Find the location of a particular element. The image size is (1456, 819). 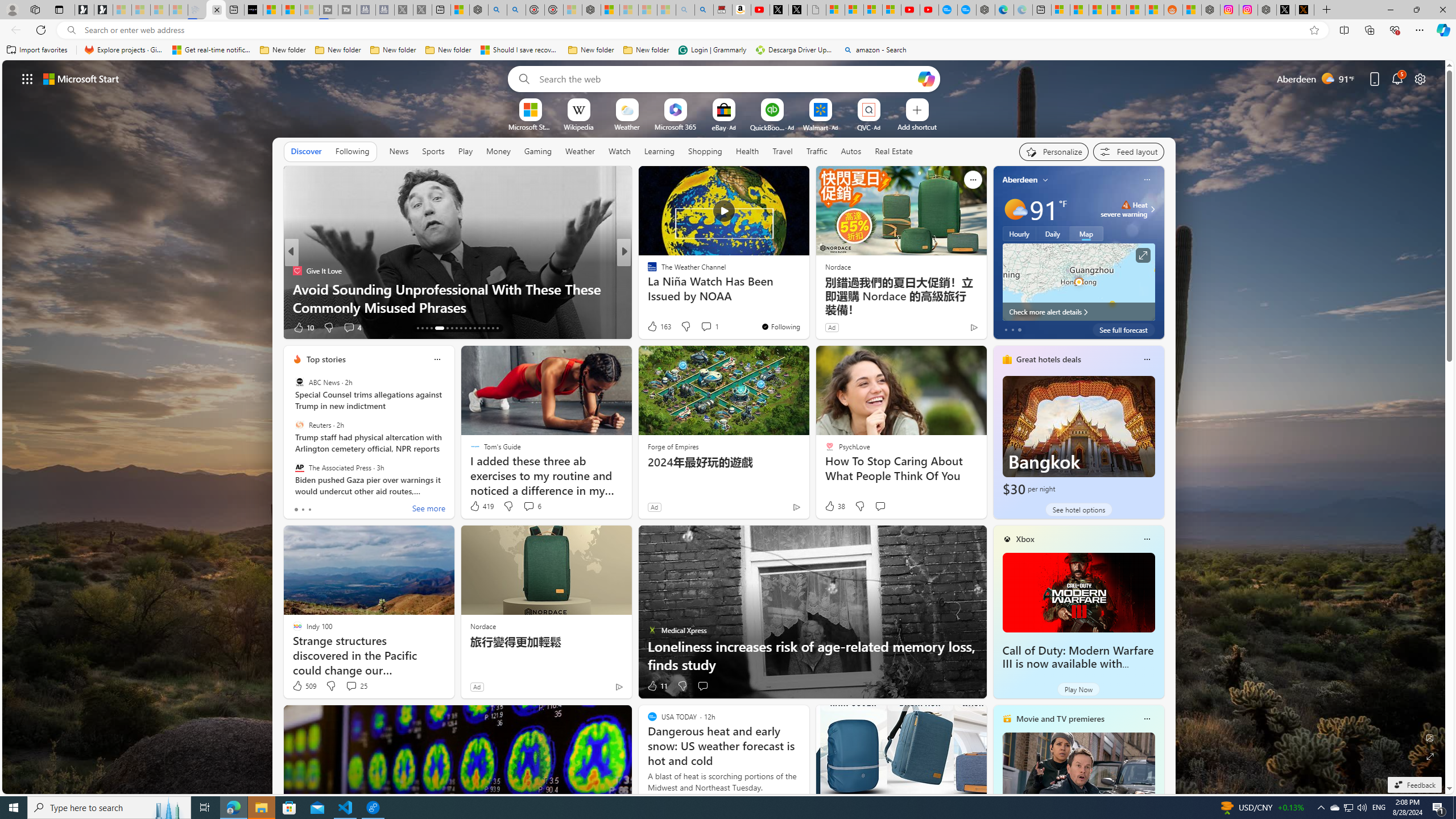

'Newsletter Sign Up' is located at coordinates (102, 9).